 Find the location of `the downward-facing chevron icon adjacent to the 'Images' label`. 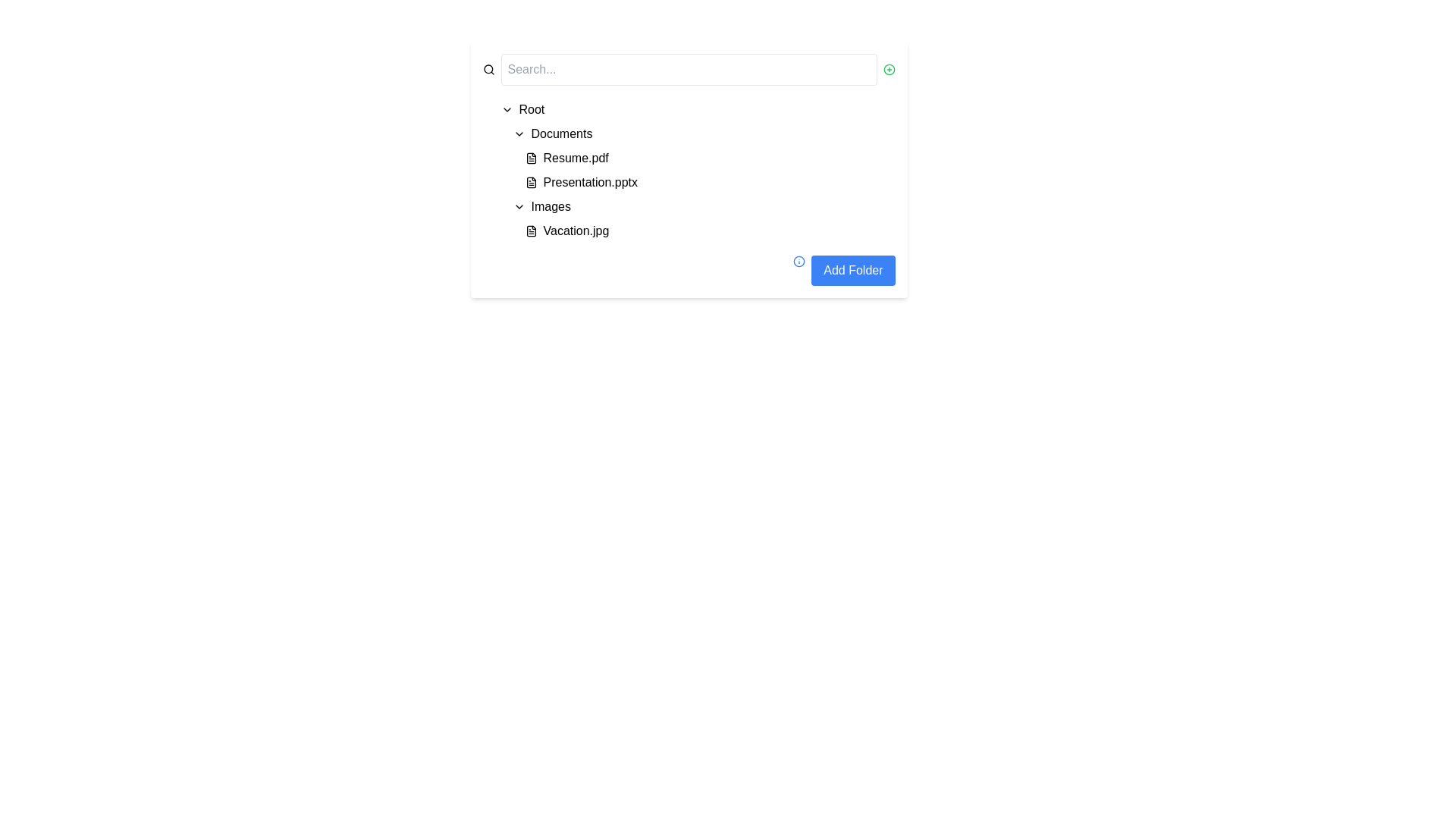

the downward-facing chevron icon adjacent to the 'Images' label is located at coordinates (519, 207).